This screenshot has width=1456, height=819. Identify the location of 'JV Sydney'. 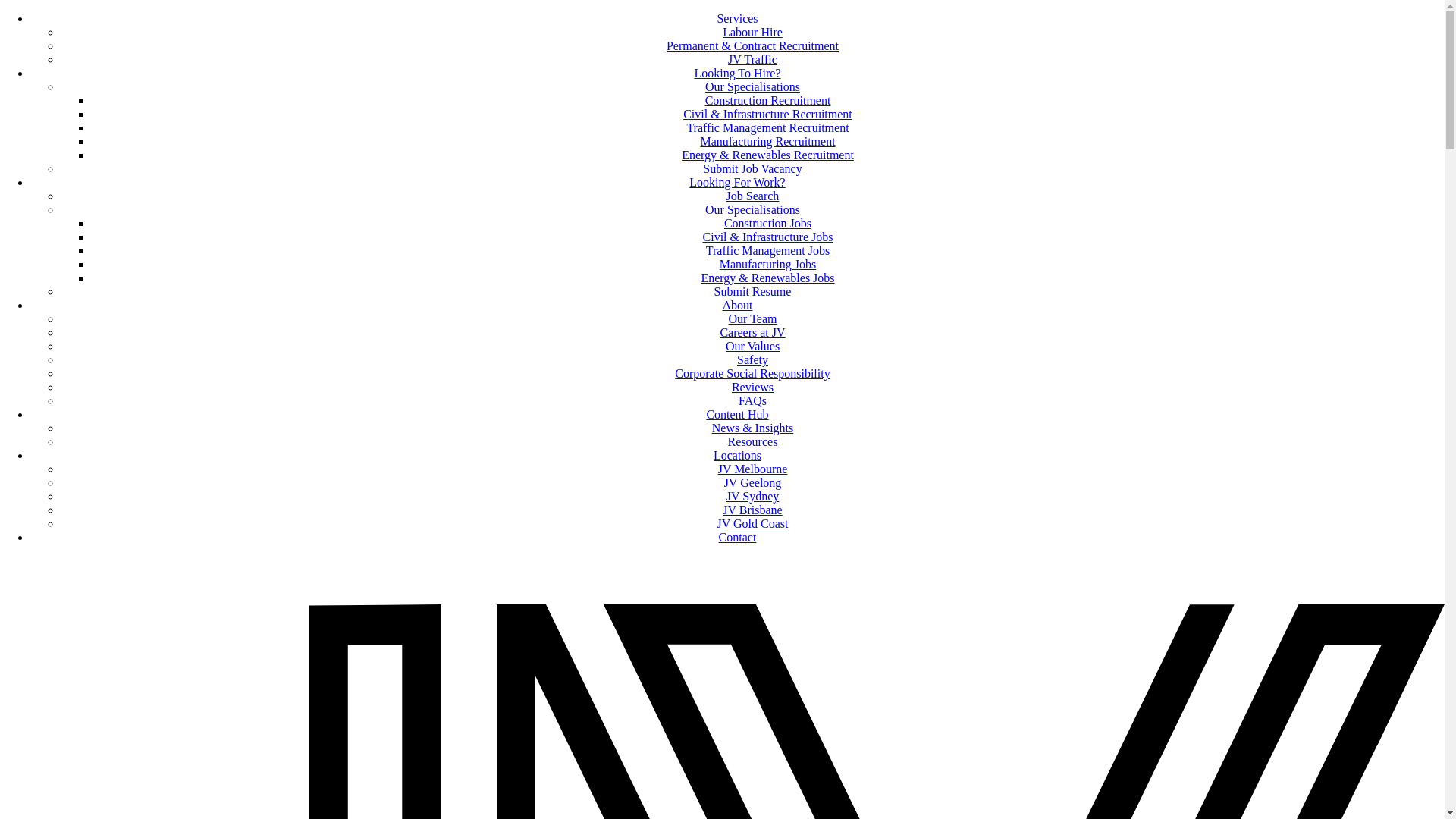
(753, 496).